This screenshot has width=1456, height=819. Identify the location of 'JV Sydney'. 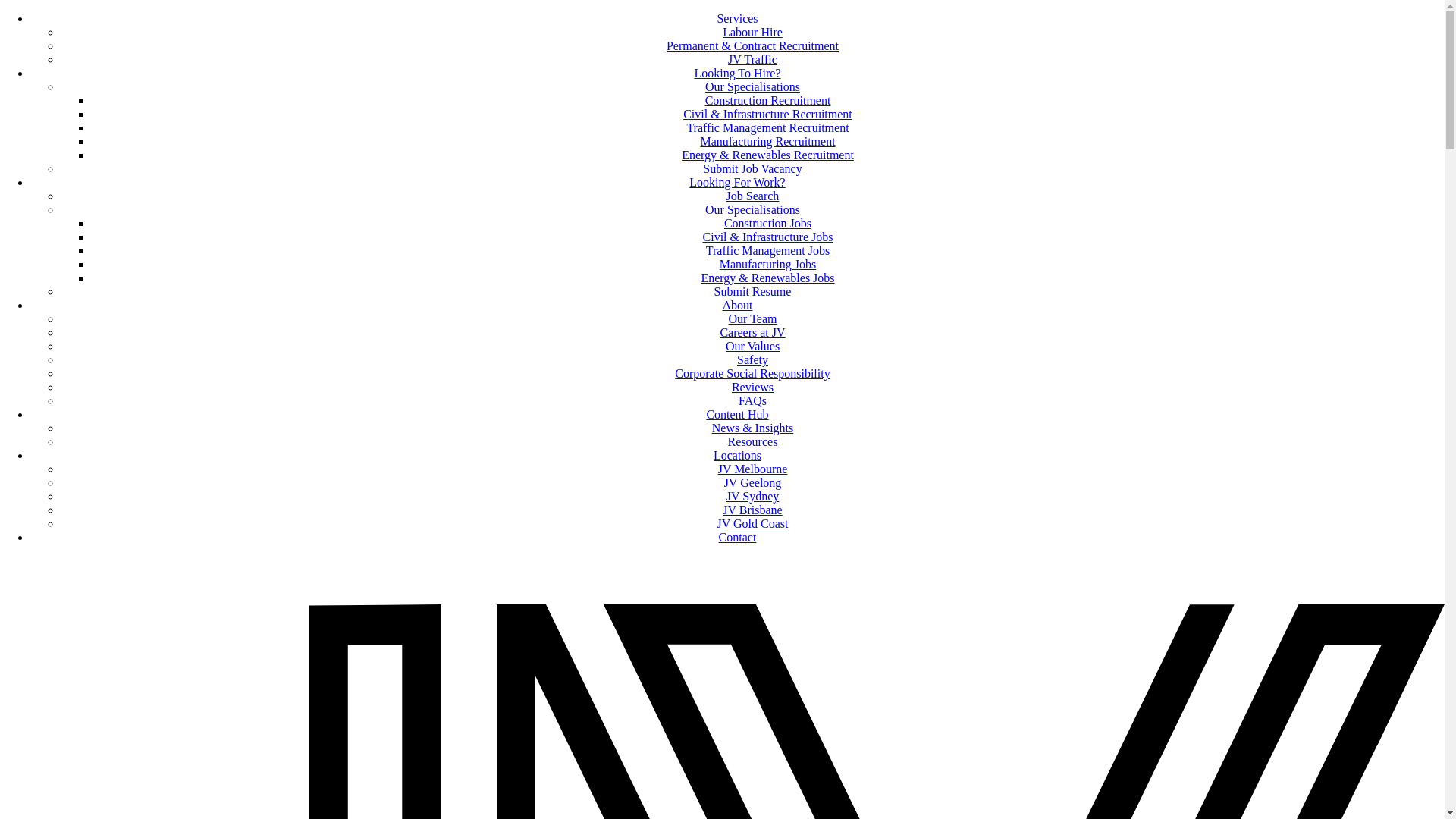
(753, 496).